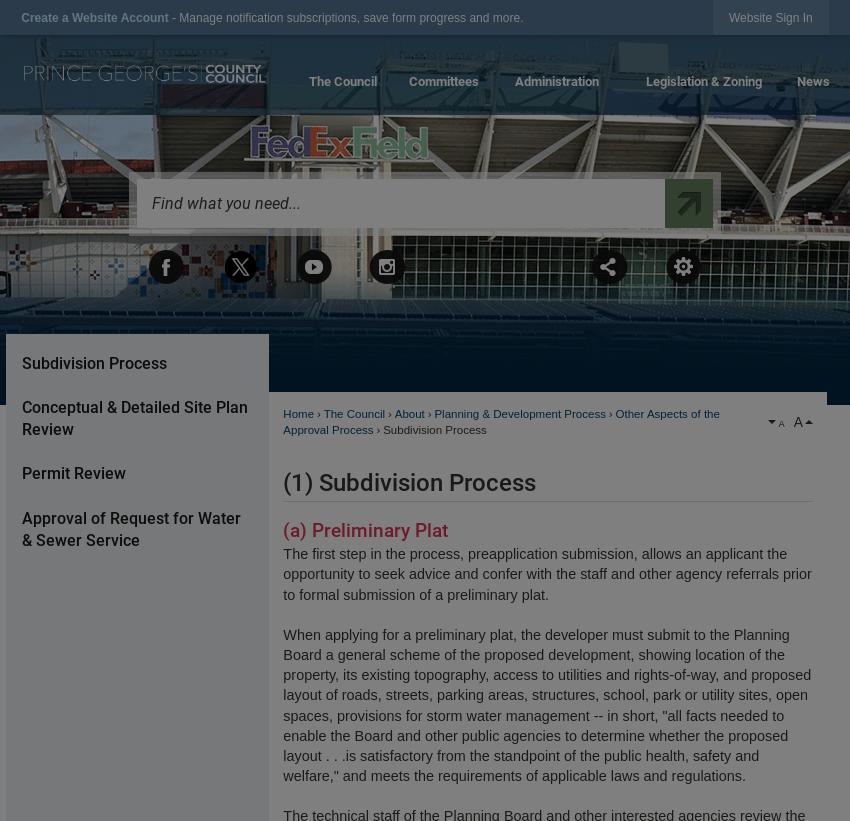 Image resolution: width=850 pixels, height=821 pixels. I want to click on 'Conceptual & Detailed Site Plan Review', so click(133, 417).